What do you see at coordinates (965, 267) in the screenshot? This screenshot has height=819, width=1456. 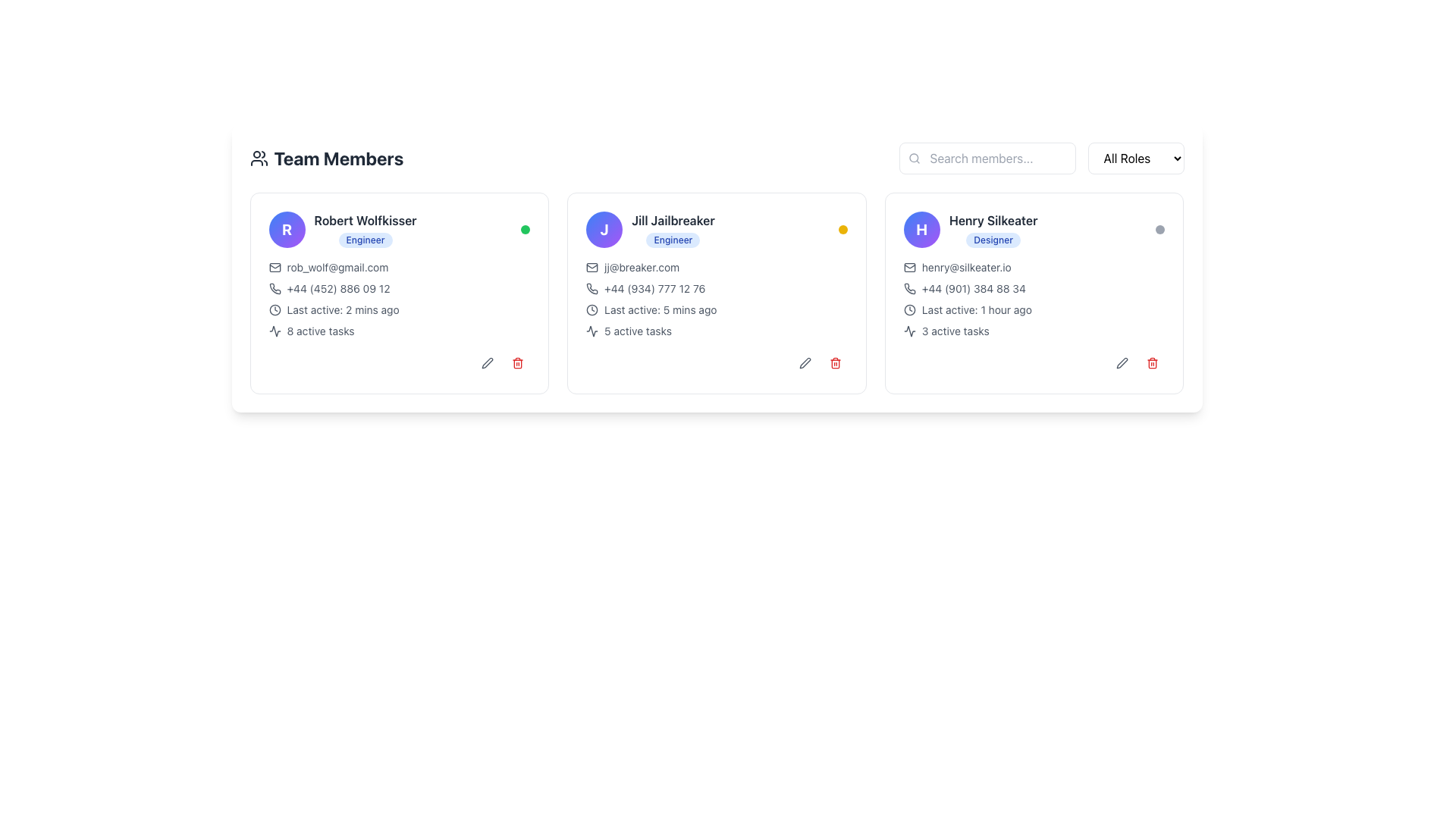 I see `the clickable text link displaying the email address 'henry@silkeater.io'` at bounding box center [965, 267].